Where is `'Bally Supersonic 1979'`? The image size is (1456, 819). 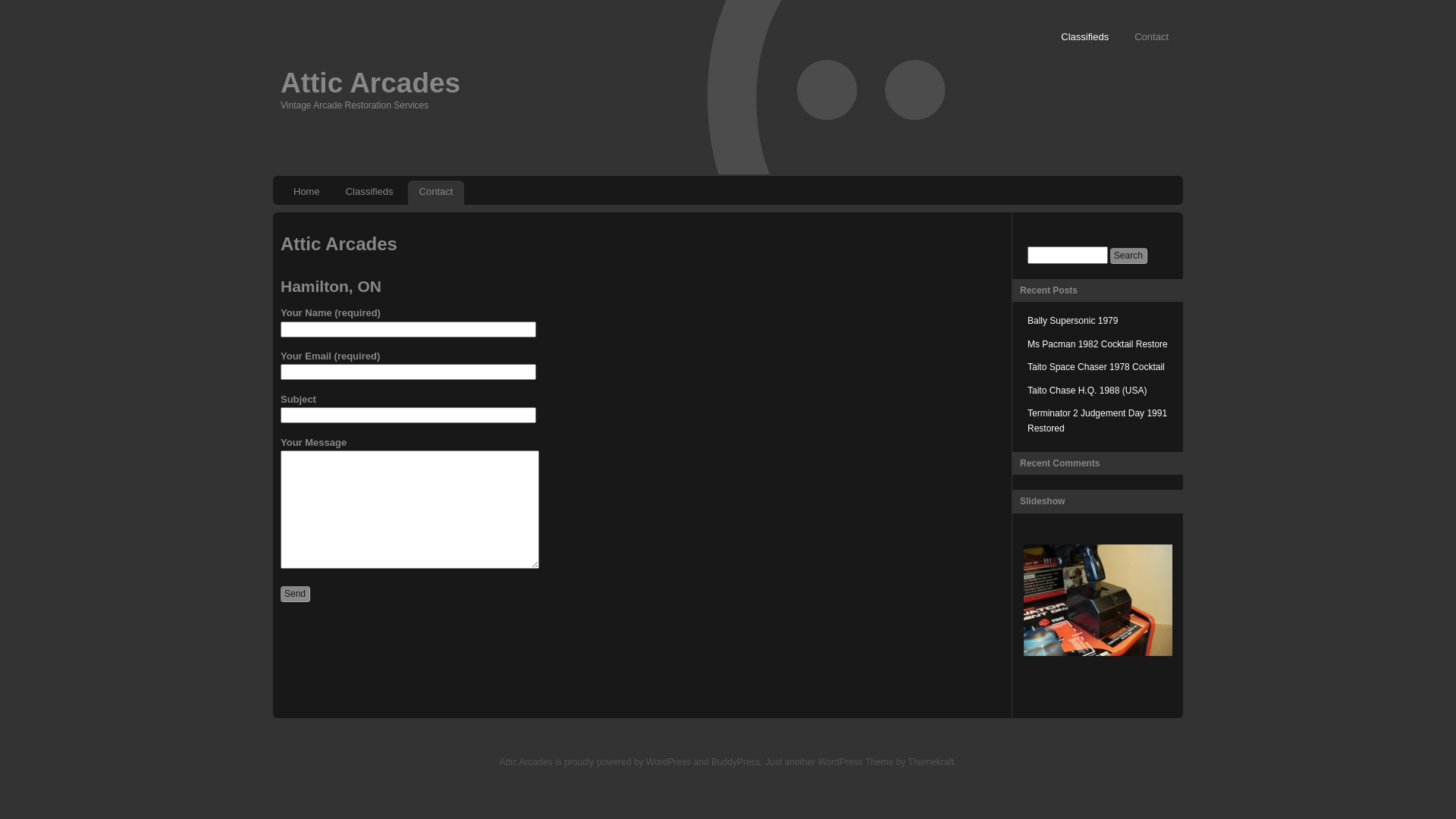 'Bally Supersonic 1979' is located at coordinates (1072, 320).